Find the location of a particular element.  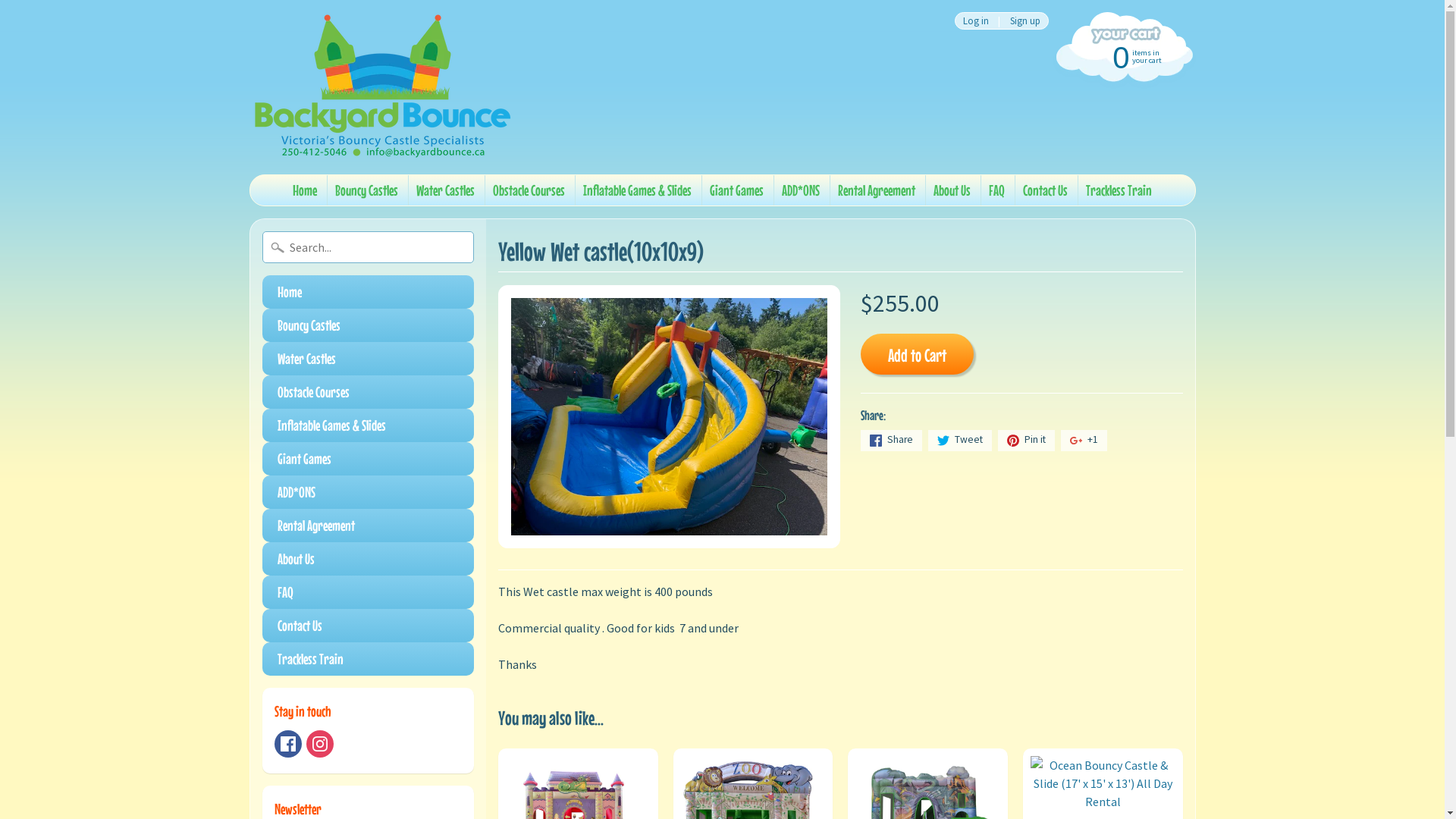

'Instagram' is located at coordinates (319, 742).